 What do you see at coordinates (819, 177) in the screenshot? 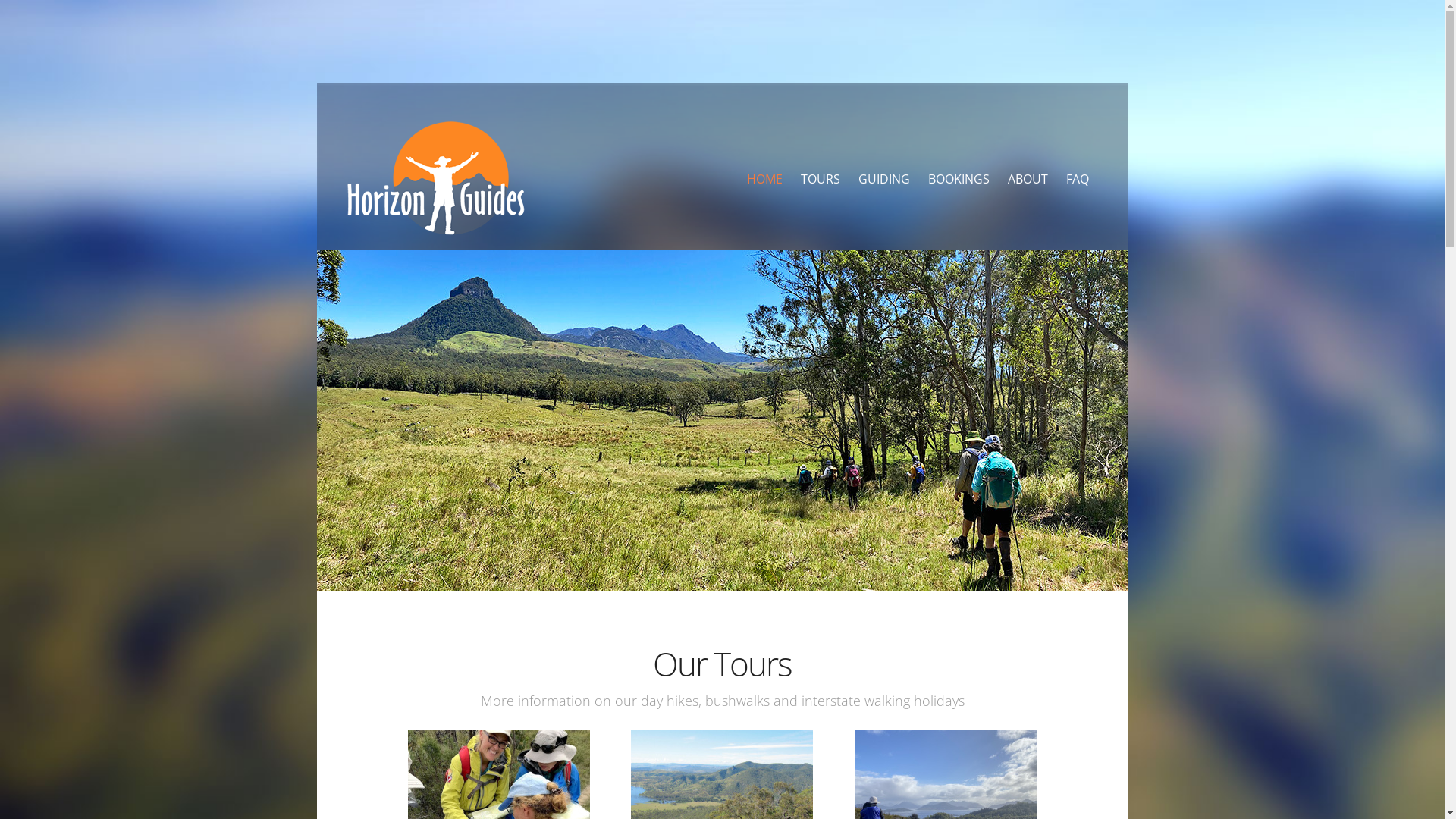
I see `'TOURS'` at bounding box center [819, 177].